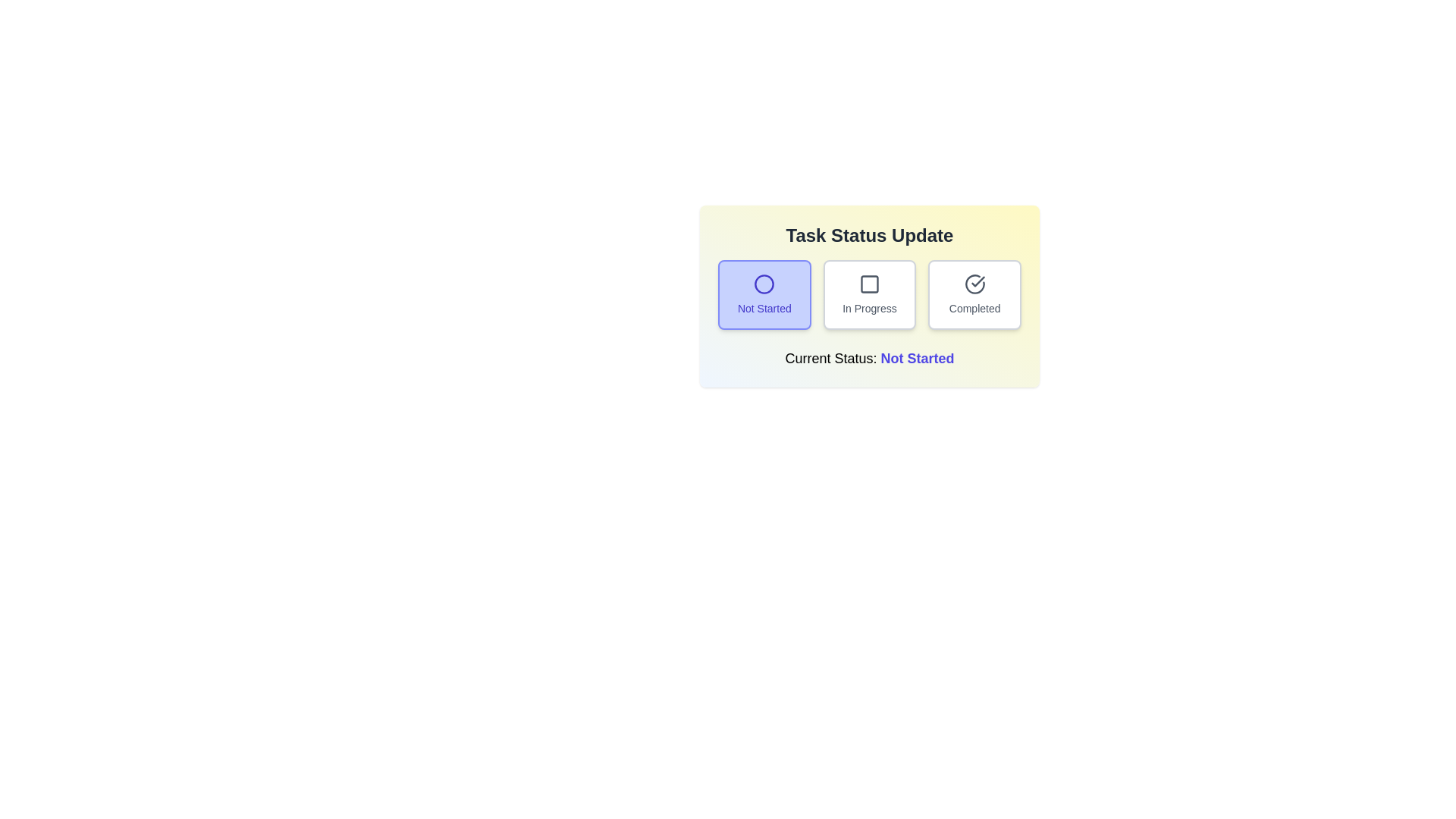  Describe the element at coordinates (764, 295) in the screenshot. I see `the button labeled 'Not Started' to observe its hover effect` at that location.